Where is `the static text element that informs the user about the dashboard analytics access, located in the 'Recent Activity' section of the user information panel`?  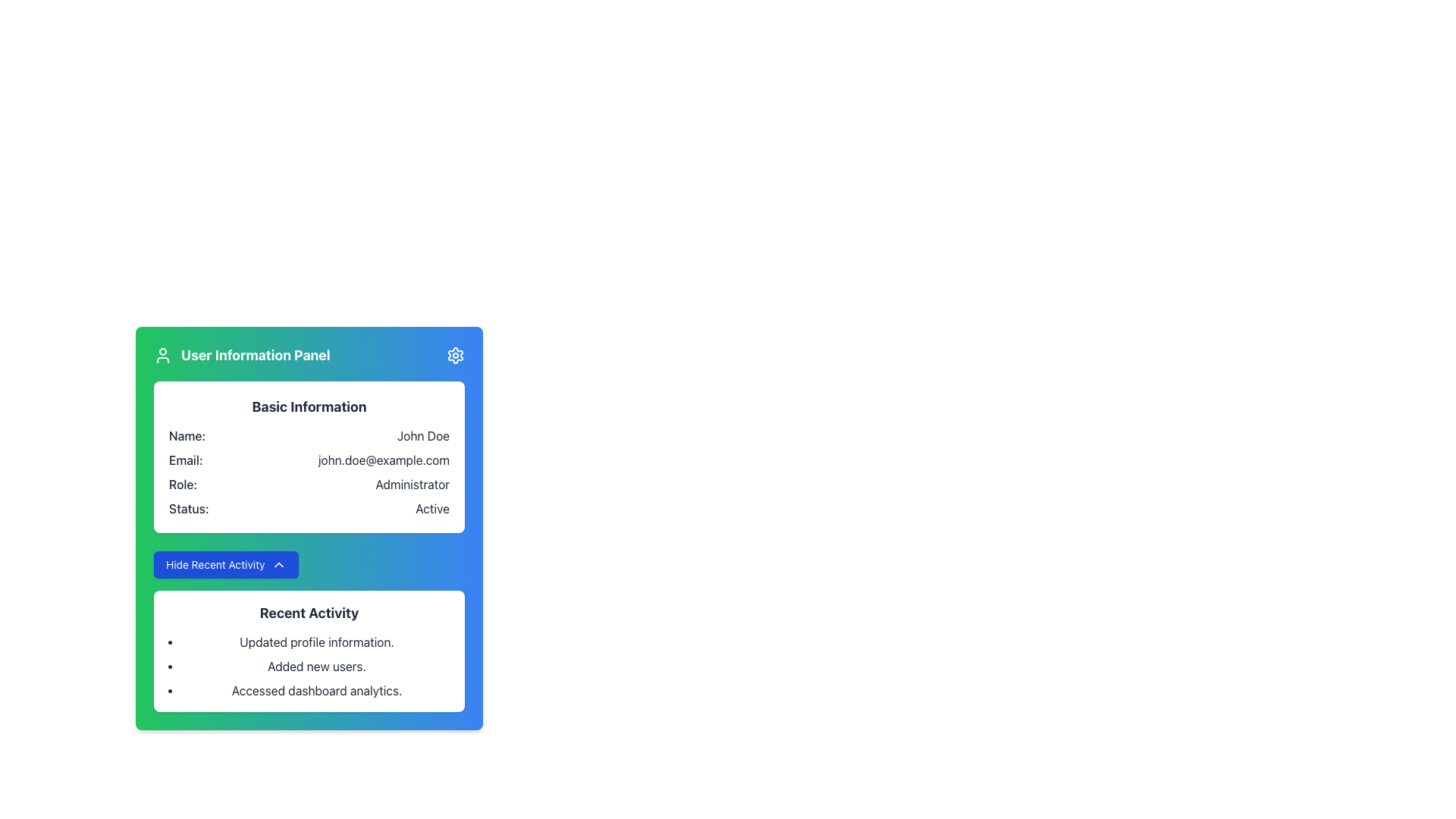
the static text element that informs the user about the dashboard analytics access, located in the 'Recent Activity' section of the user information panel is located at coordinates (315, 690).